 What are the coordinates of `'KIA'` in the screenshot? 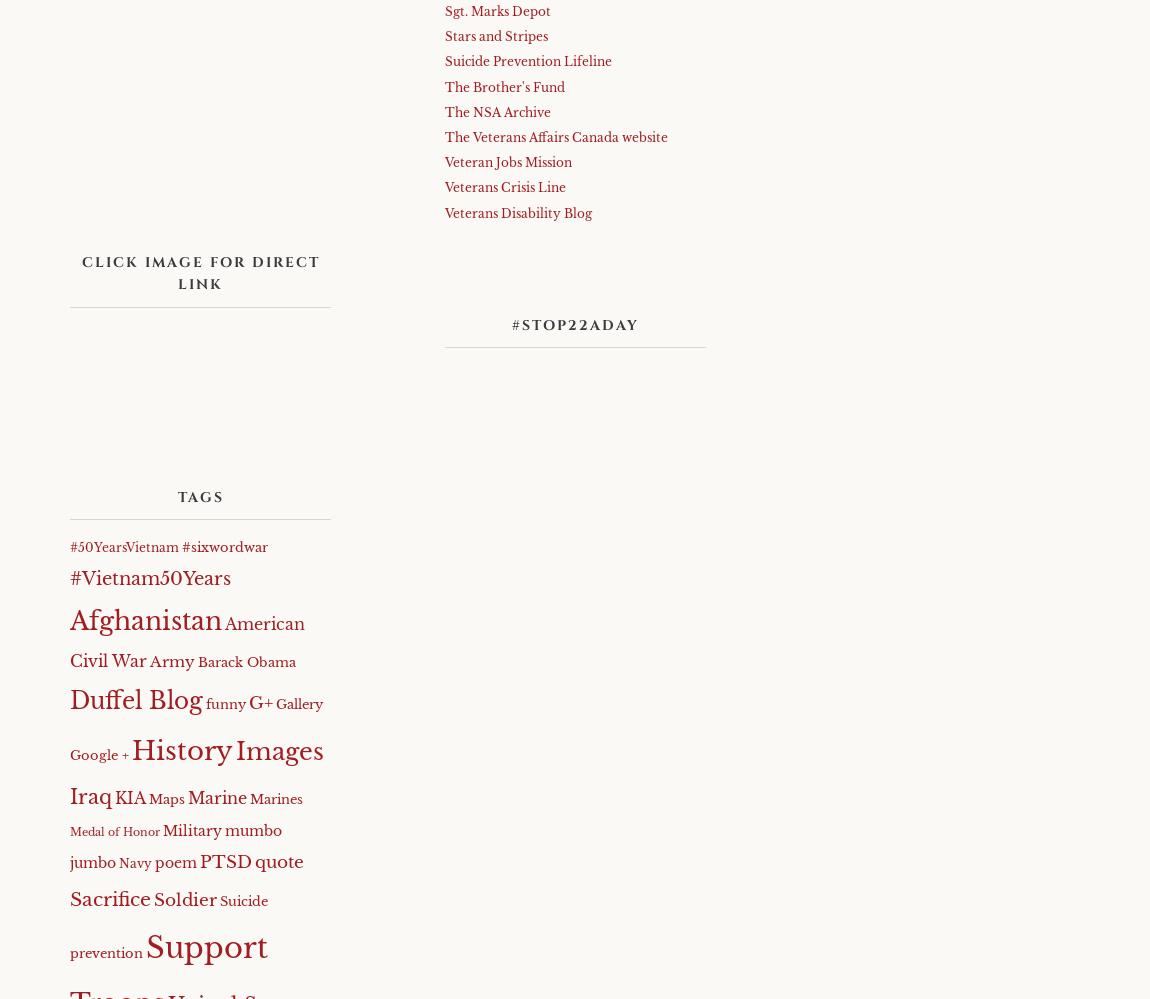 It's located at (129, 798).